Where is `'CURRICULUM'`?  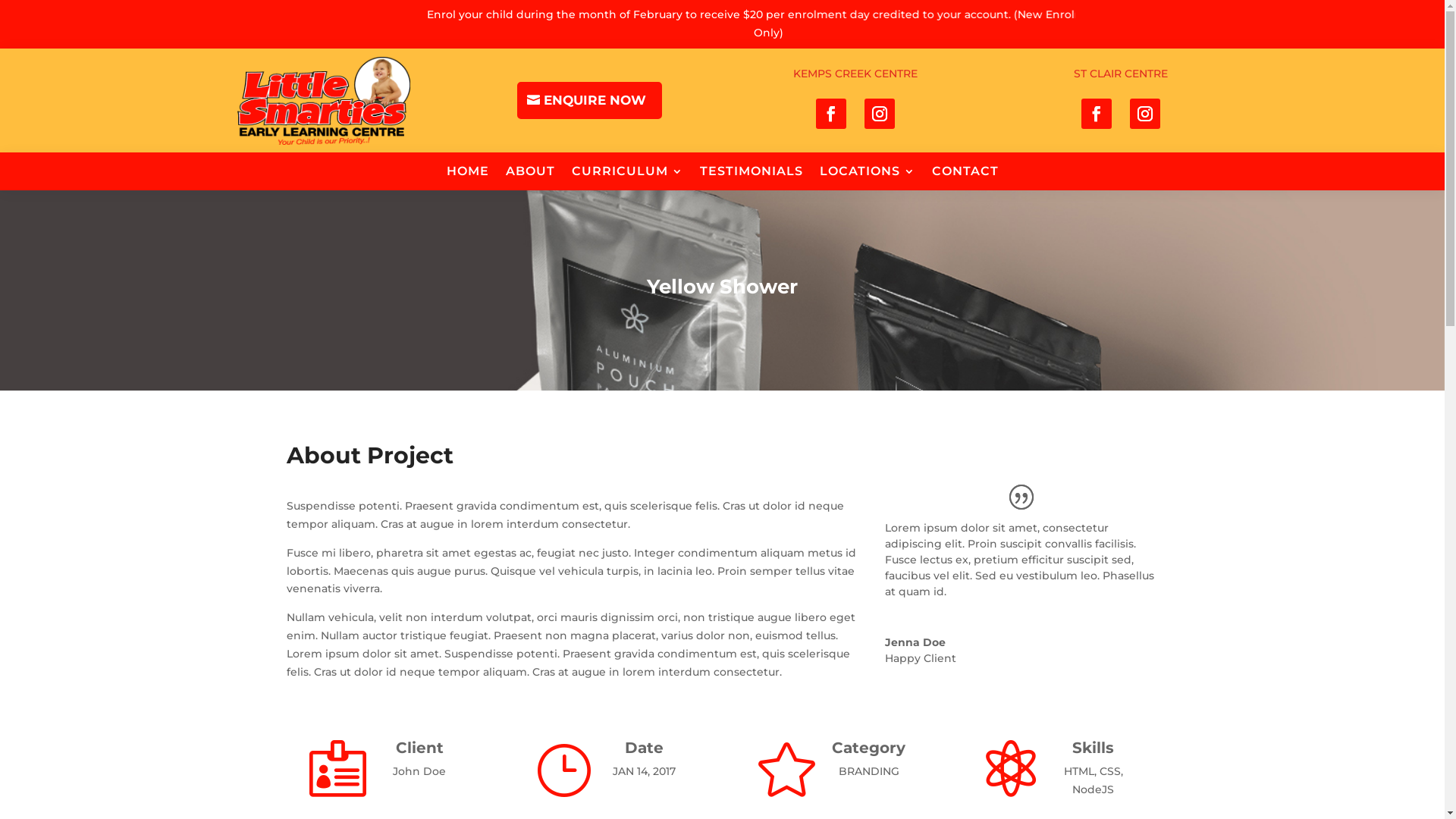
'CURRICULUM' is located at coordinates (627, 174).